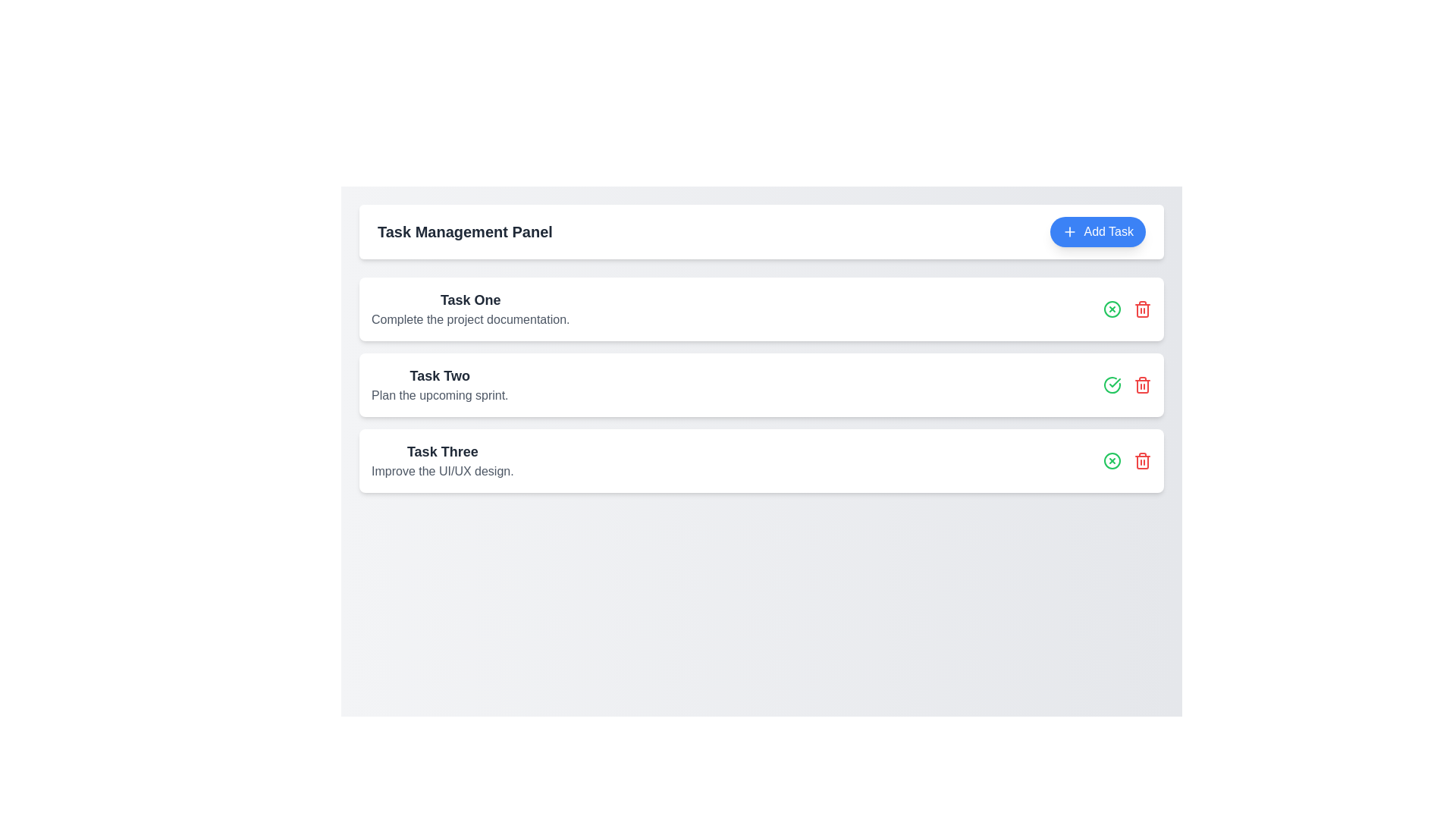  Describe the element at coordinates (1098, 231) in the screenshot. I see `the blue 'Add Task' button with rounded ends to observe its visual feedback` at that location.